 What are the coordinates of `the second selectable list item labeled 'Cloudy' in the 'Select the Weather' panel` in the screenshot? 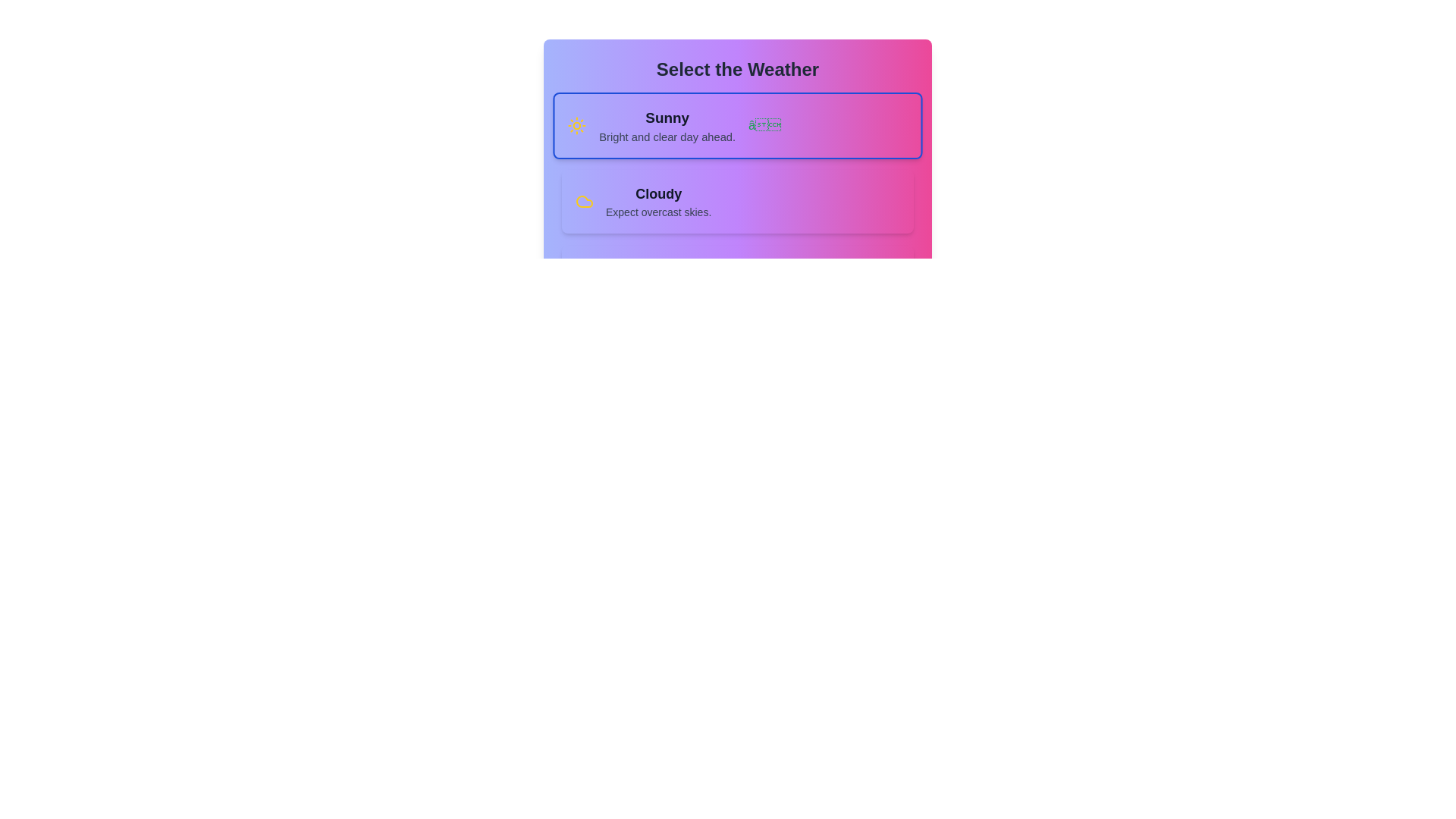 It's located at (738, 201).